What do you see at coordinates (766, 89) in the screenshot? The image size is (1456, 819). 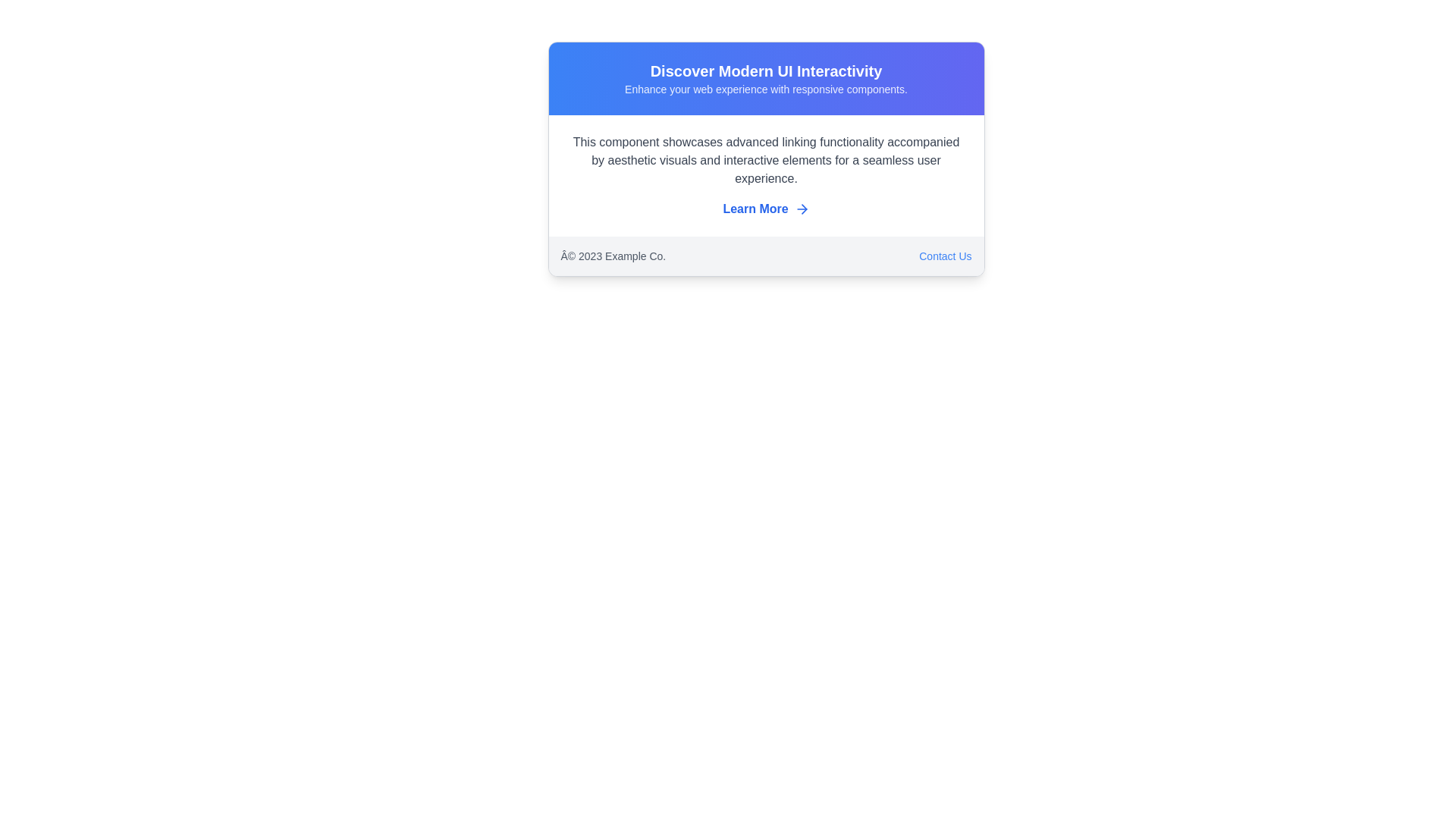 I see `the static text displaying 'Enhance your web experience with responsive components.' which is located directly beneath the headline 'Discover Modern UI Interactivity'` at bounding box center [766, 89].